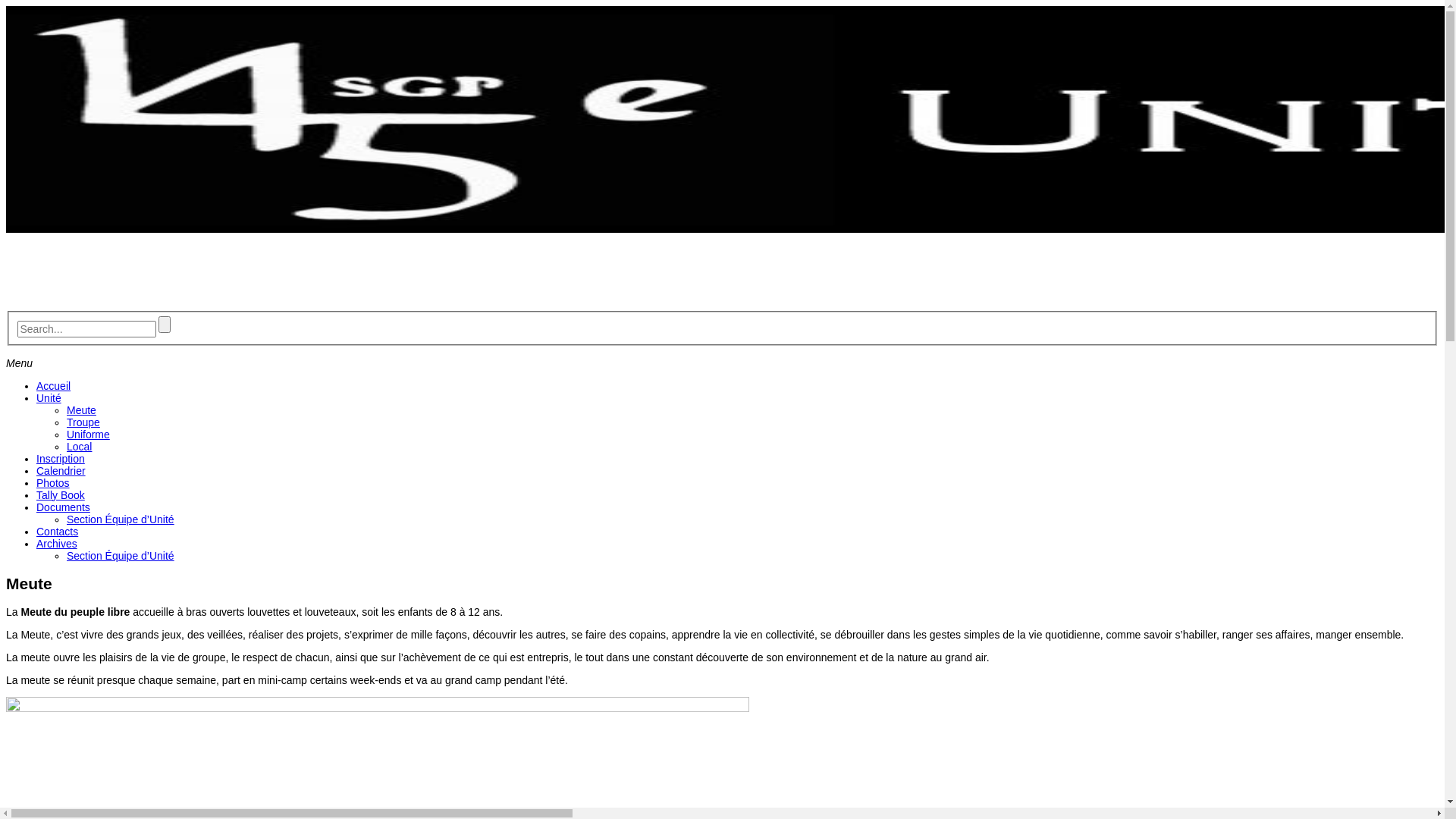 This screenshot has width=1456, height=819. Describe the element at coordinates (61, 470) in the screenshot. I see `'Calendrier'` at that location.